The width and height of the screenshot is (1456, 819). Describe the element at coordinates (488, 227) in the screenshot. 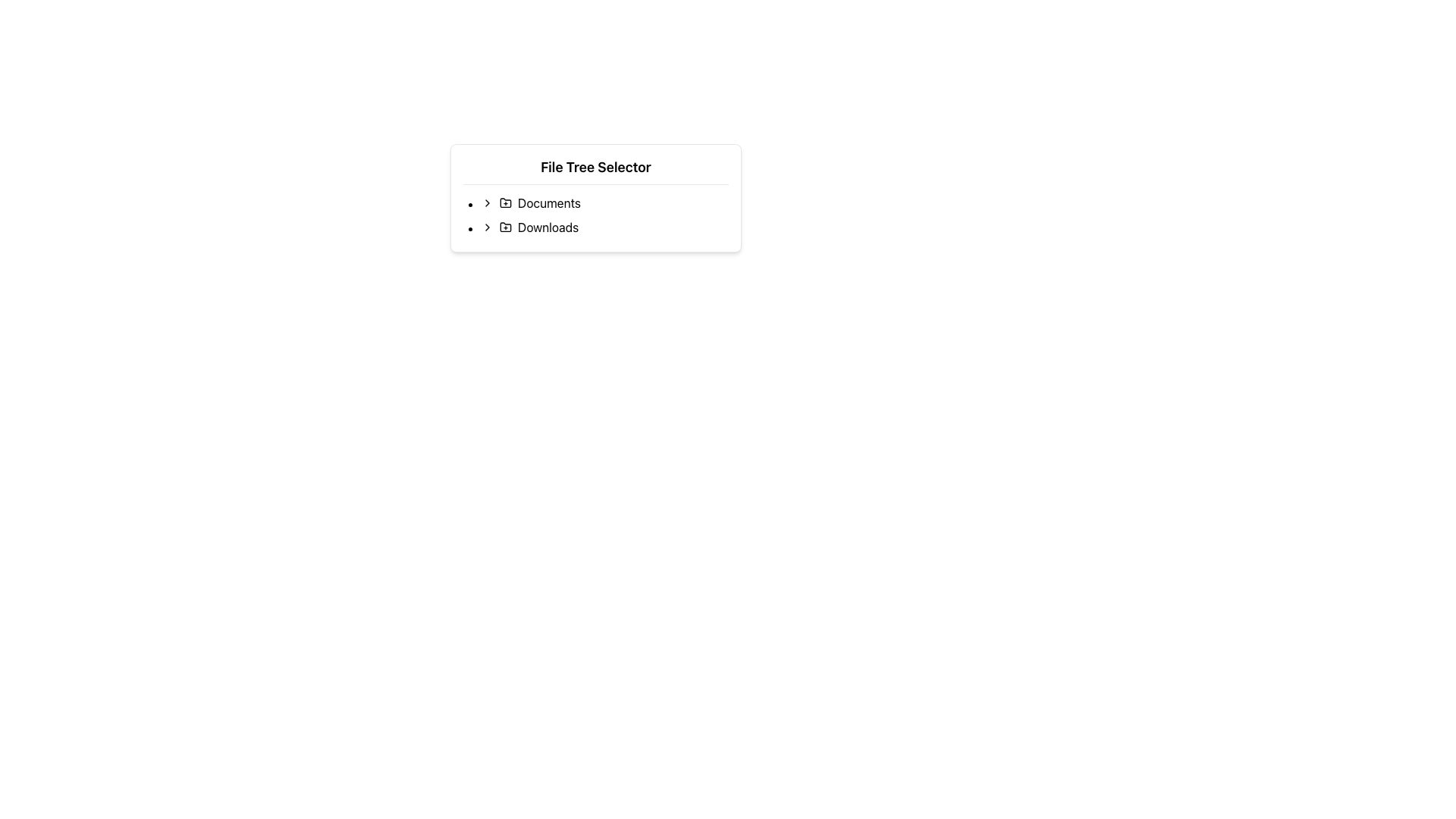

I see `the chevron icon pointing right located before the folder icon and title 'Downloads' in the file tree view` at that location.